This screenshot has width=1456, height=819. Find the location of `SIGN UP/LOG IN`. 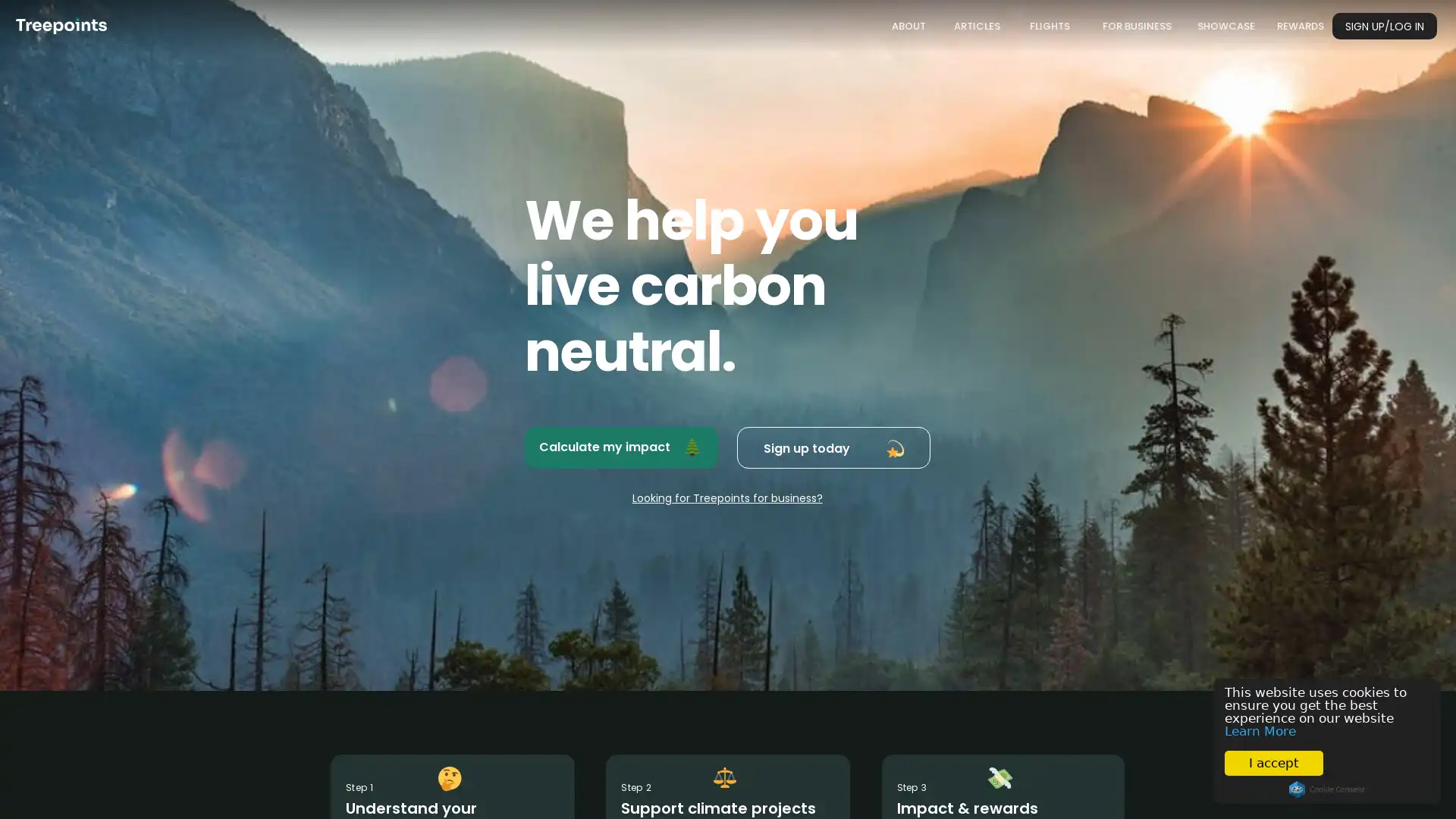

SIGN UP/LOG IN is located at coordinates (1384, 26).